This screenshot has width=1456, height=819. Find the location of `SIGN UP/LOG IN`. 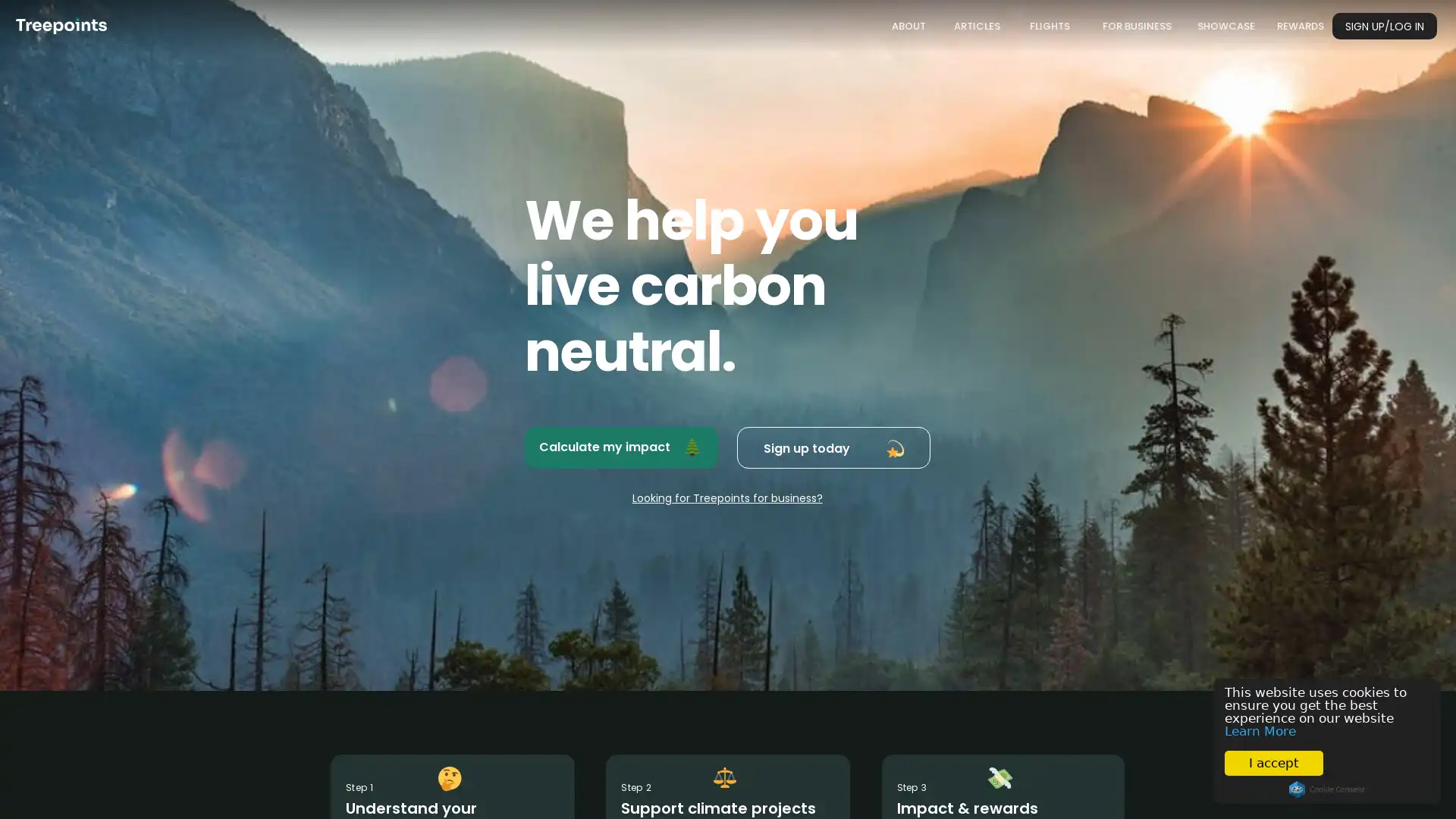

SIGN UP/LOG IN is located at coordinates (1384, 26).